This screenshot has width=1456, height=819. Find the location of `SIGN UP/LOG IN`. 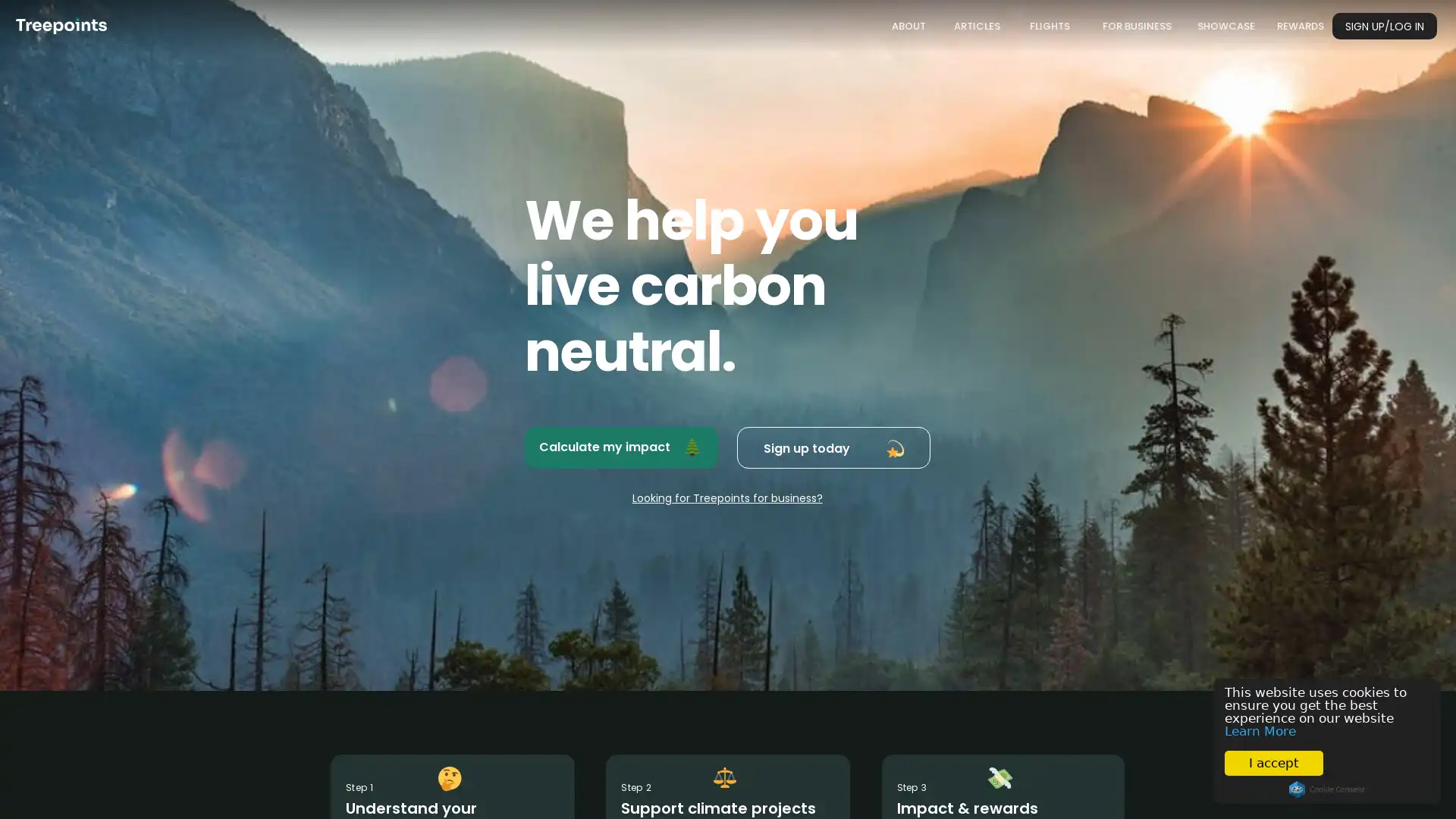

SIGN UP/LOG IN is located at coordinates (1384, 26).